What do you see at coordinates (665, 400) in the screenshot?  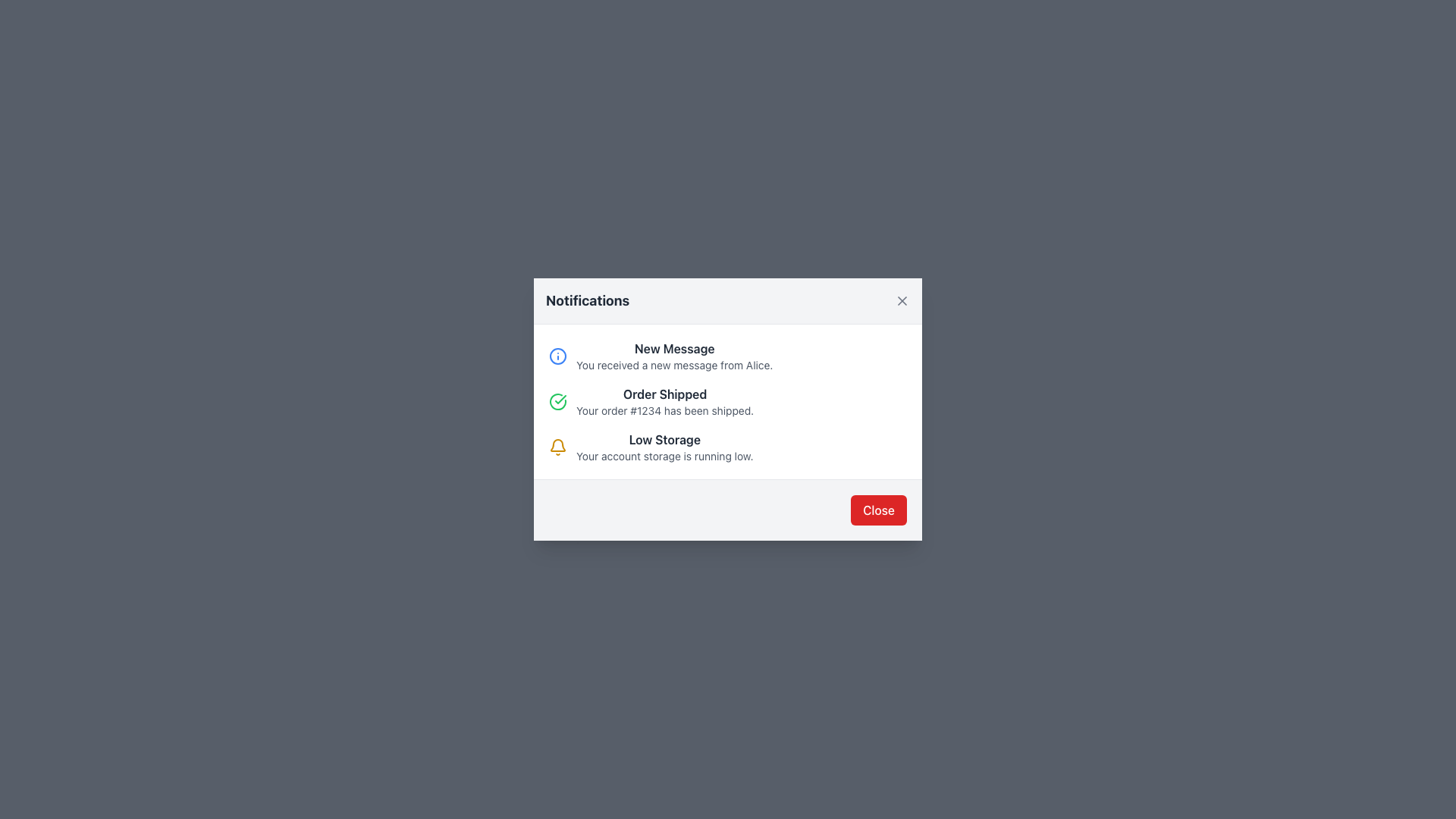 I see `the second notification item in the notification panel that indicates an order with ID #1234 has been shipped` at bounding box center [665, 400].